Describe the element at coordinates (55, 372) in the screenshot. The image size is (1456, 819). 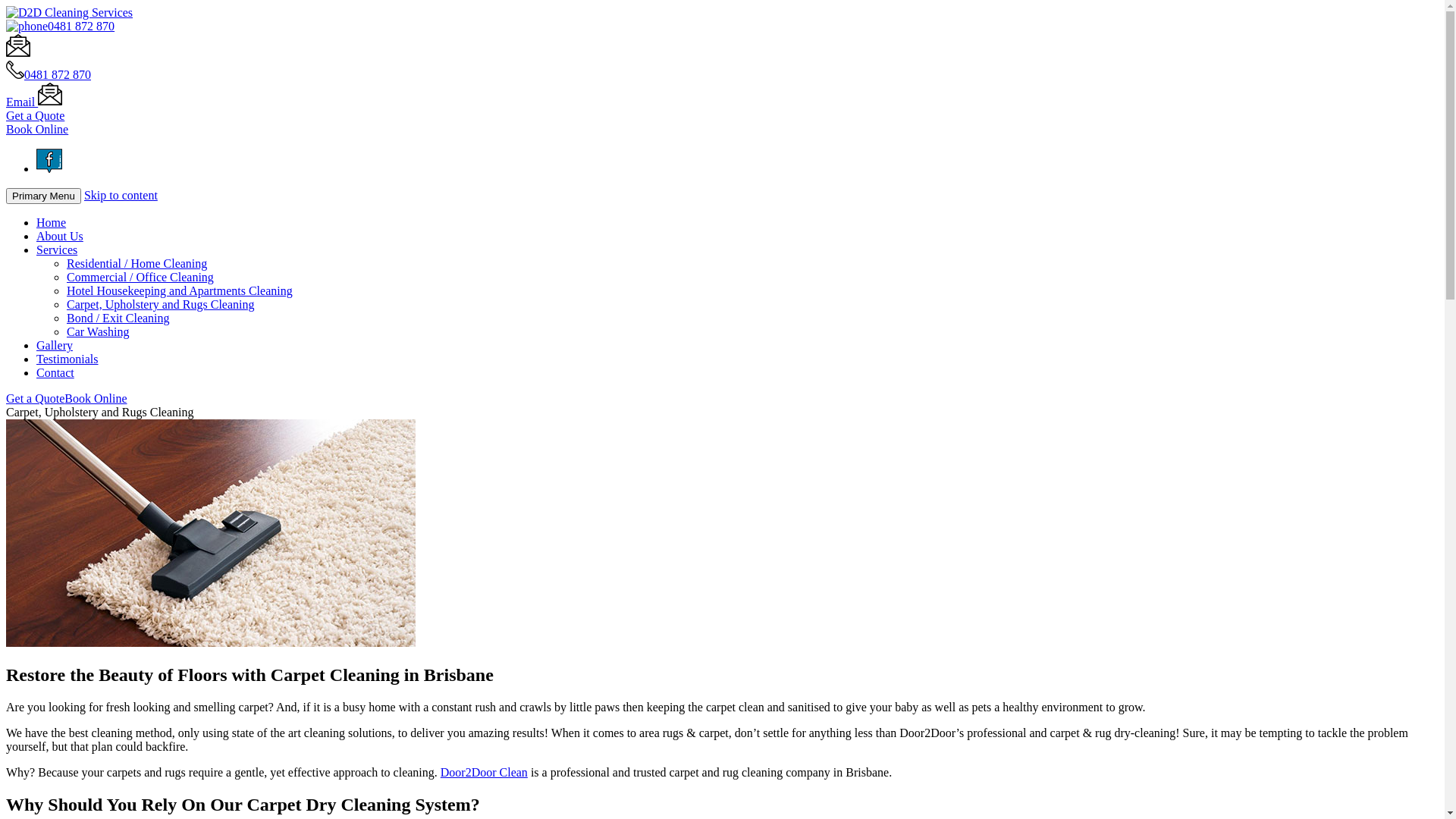
I see `'Contact'` at that location.